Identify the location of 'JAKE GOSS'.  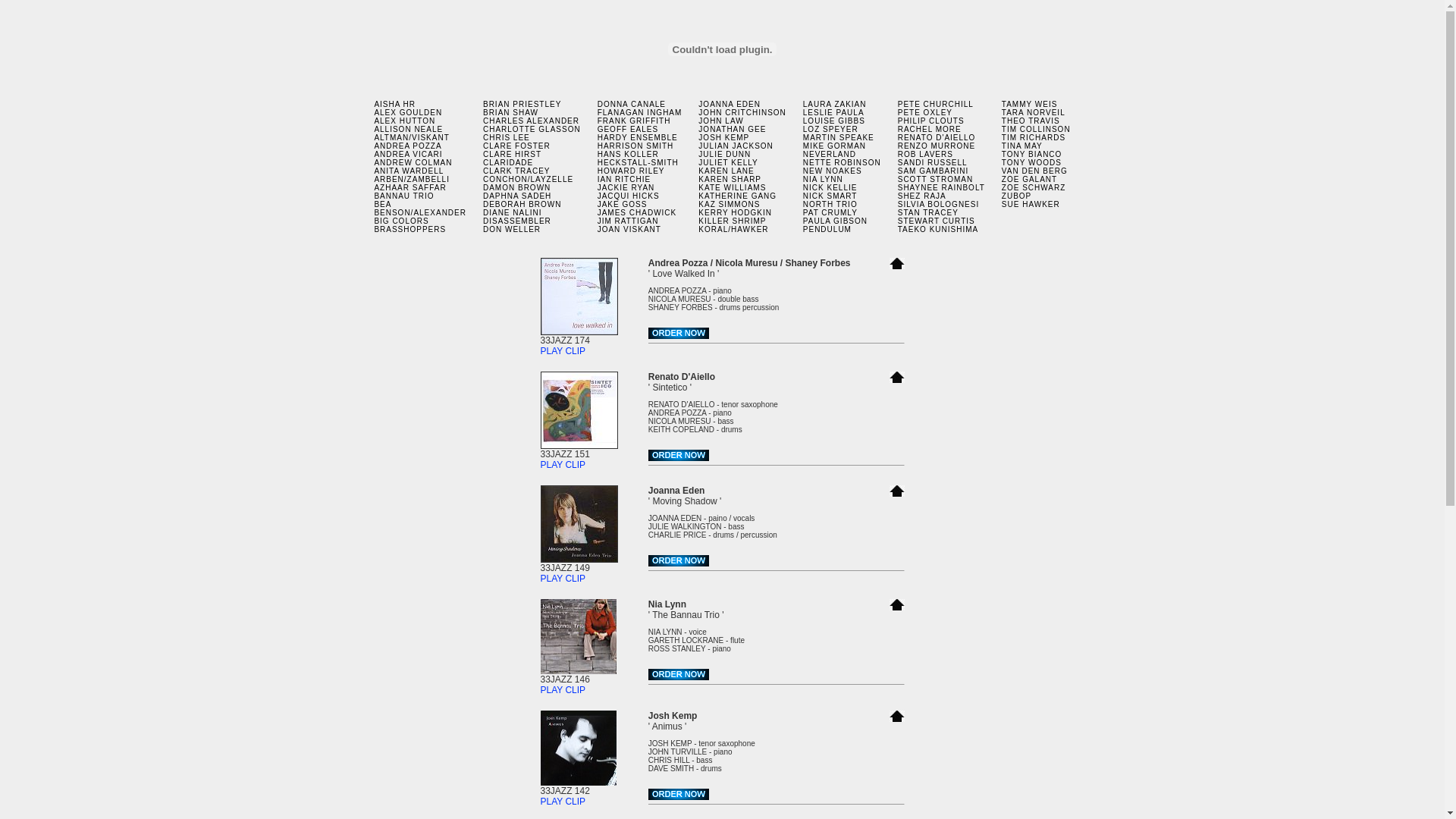
(596, 203).